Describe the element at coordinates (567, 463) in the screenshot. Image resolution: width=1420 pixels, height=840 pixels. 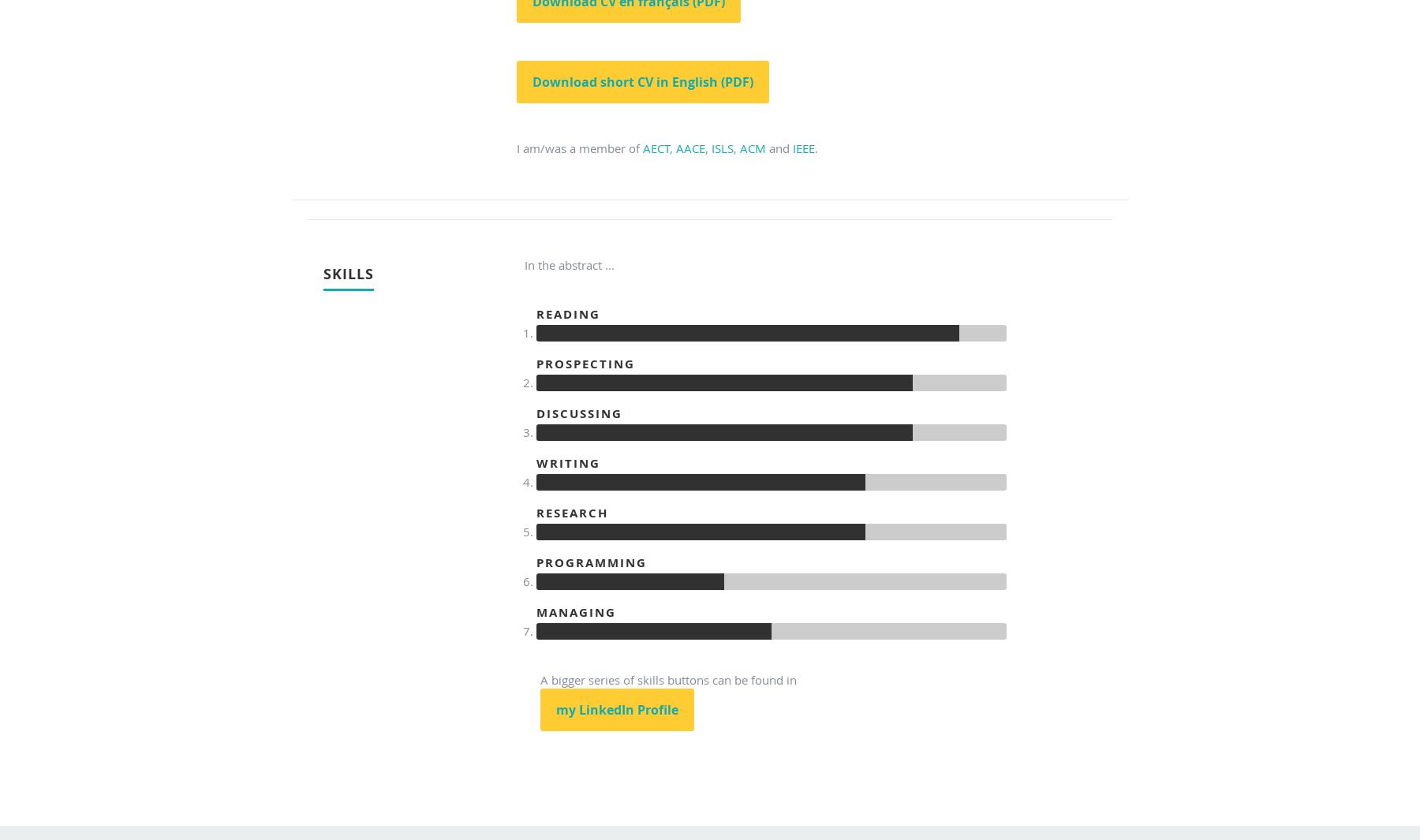
I see `'Writing'` at that location.